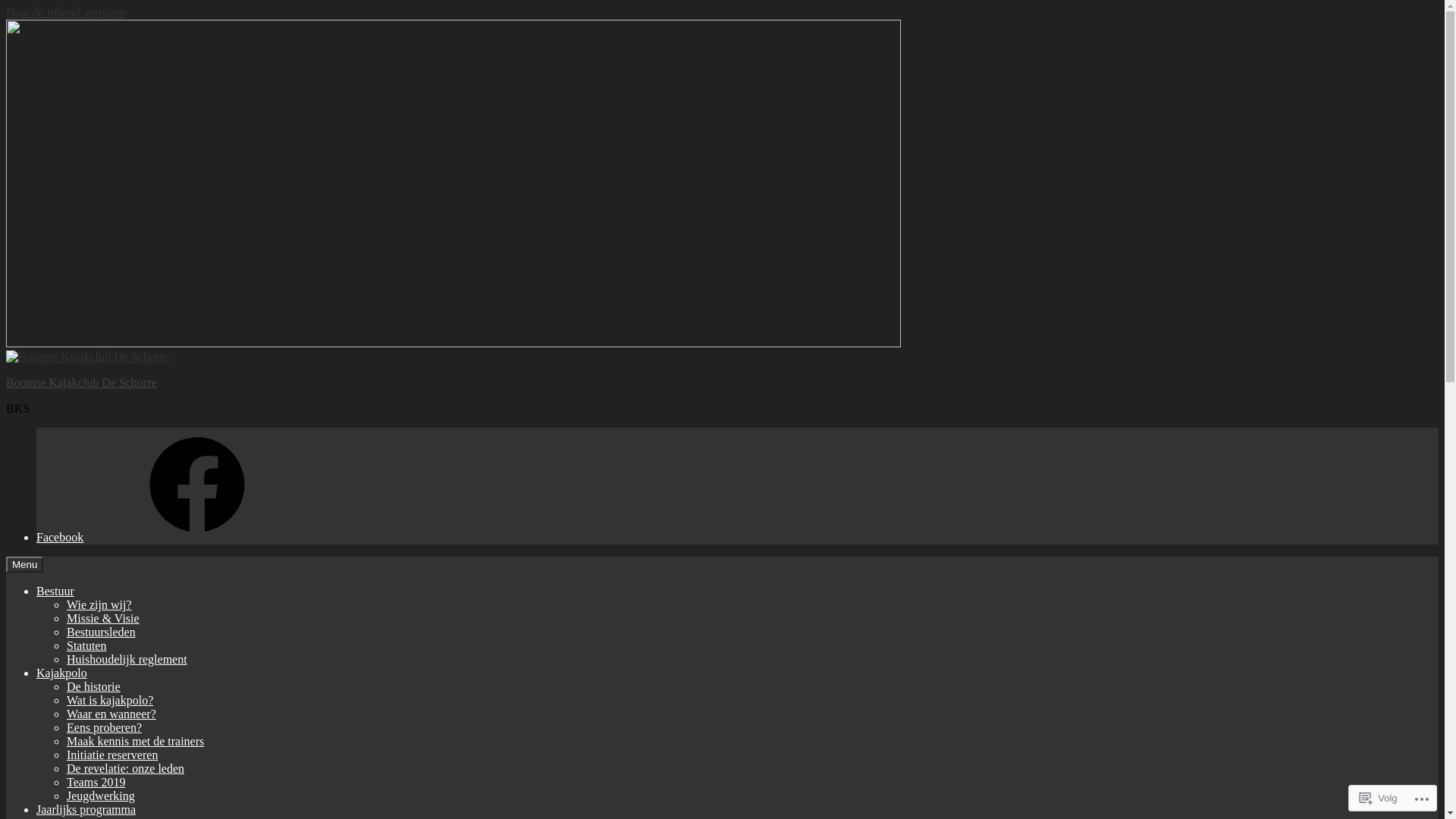 Image resolution: width=1456 pixels, height=819 pixels. What do you see at coordinates (1378, 797) in the screenshot?
I see `'Volg'` at bounding box center [1378, 797].